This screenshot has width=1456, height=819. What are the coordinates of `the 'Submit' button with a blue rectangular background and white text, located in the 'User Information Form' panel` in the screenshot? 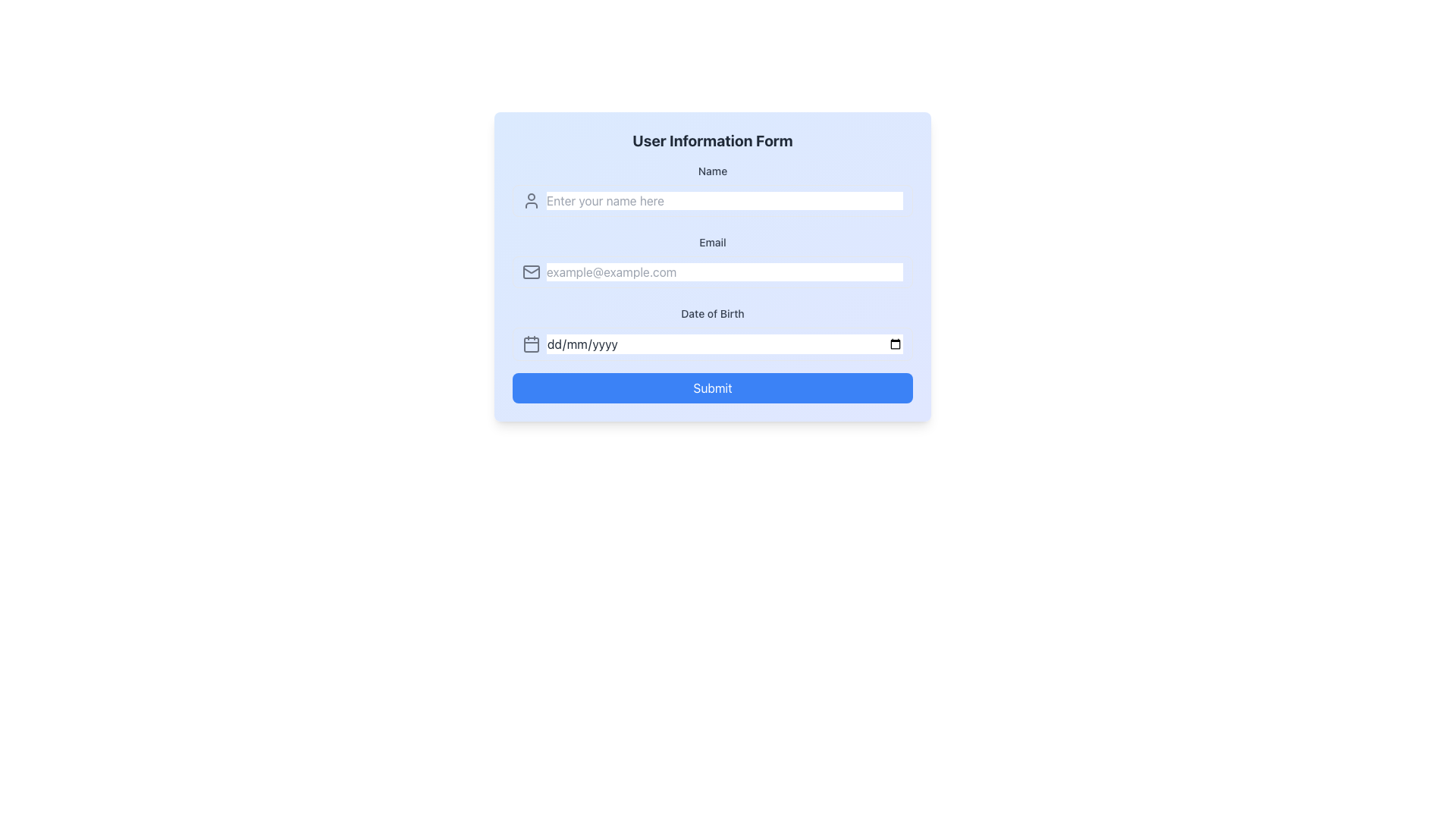 It's located at (712, 388).